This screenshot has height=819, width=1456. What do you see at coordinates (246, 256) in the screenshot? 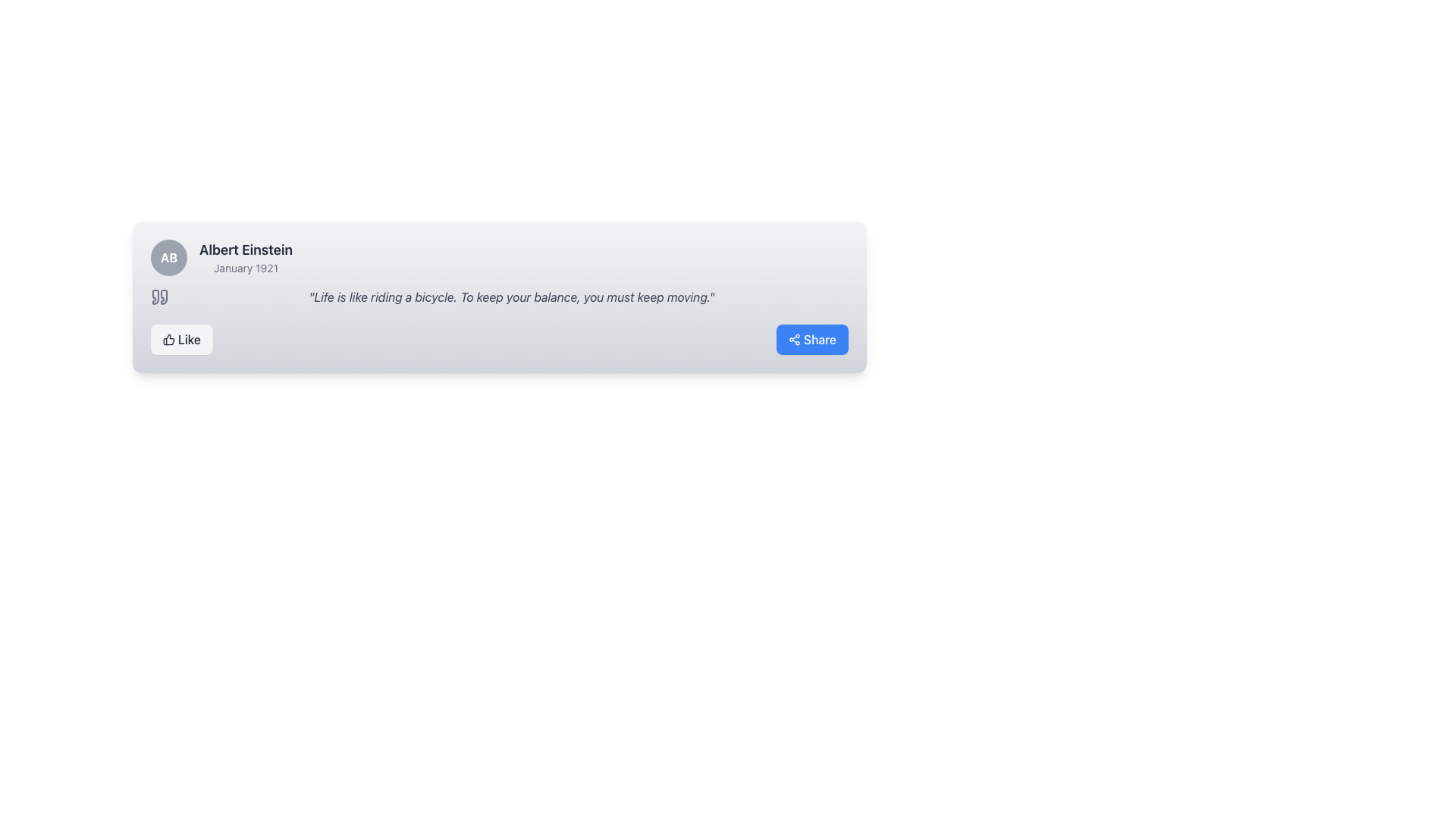
I see `the text block displaying 'Albert Einstein' and 'January 1921', located next to the circular badge with initials 'AB'` at bounding box center [246, 256].